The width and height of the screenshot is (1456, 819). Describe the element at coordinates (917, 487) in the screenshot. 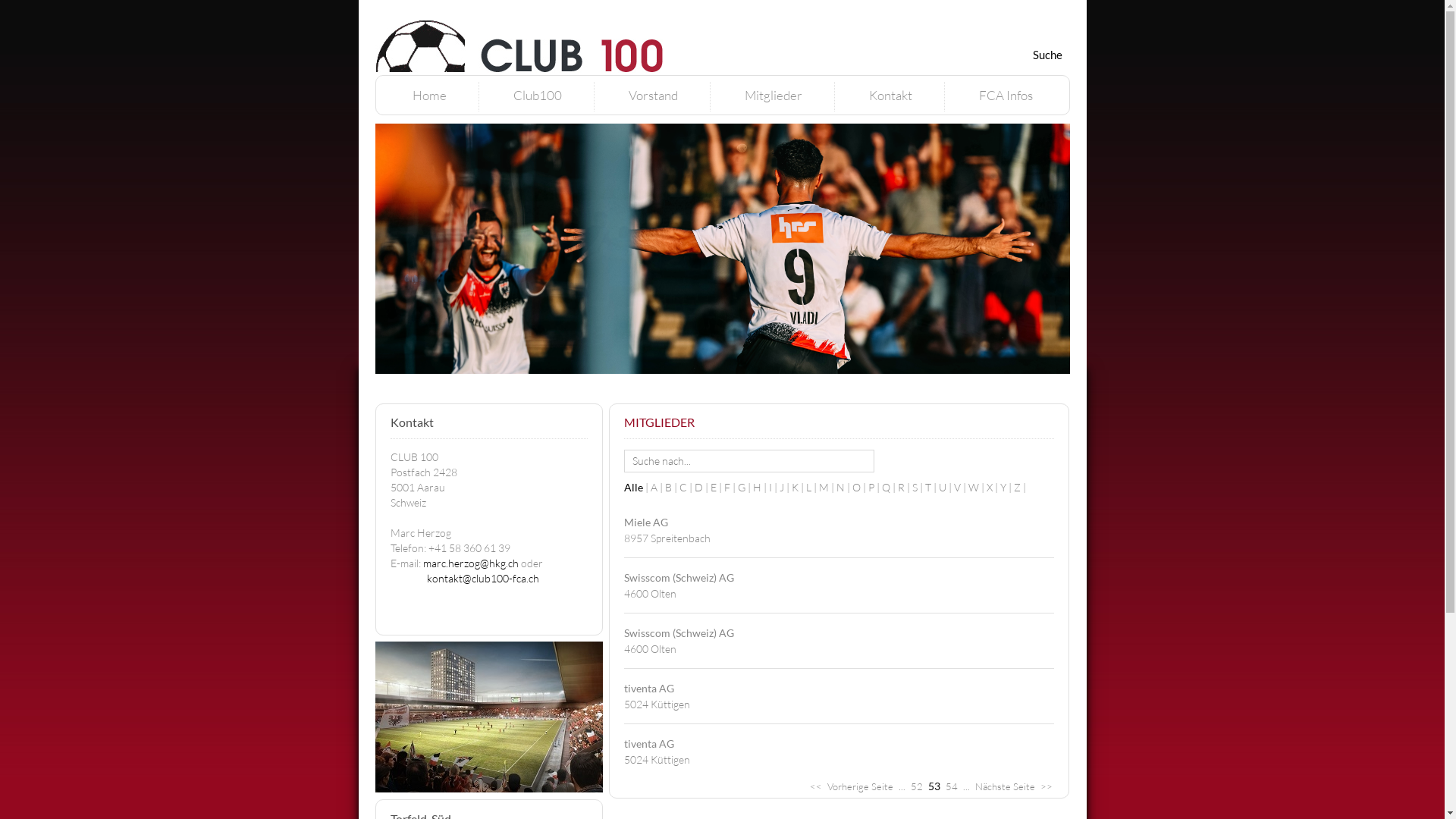

I see `'S'` at that location.